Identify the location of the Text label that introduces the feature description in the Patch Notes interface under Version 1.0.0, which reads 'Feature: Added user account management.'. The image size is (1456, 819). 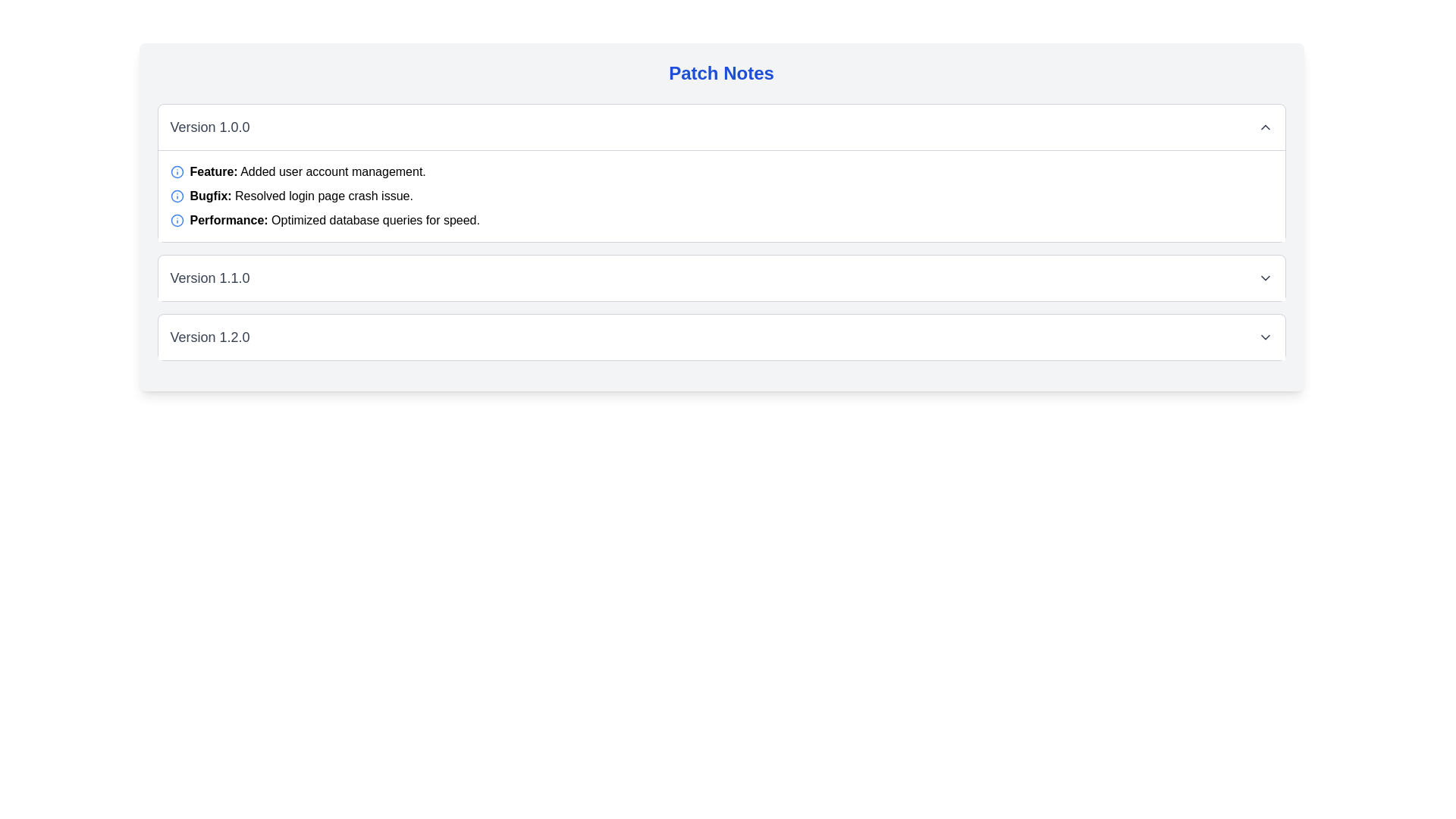
(213, 171).